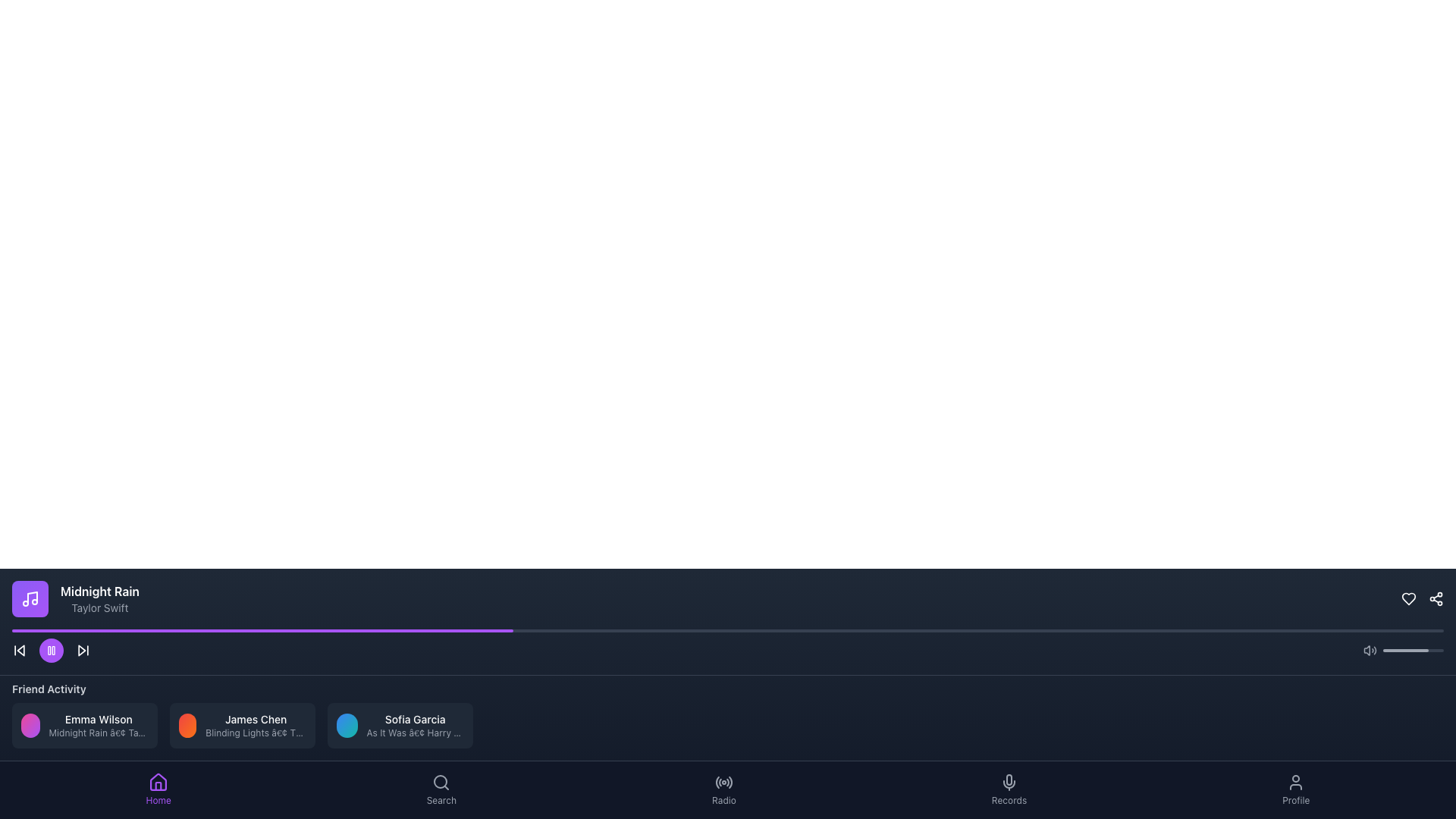 The image size is (1456, 819). What do you see at coordinates (1407, 598) in the screenshot?
I see `the favorite or like button located in the top-right corner of the lower section of the interface, adjacent to the share icon` at bounding box center [1407, 598].